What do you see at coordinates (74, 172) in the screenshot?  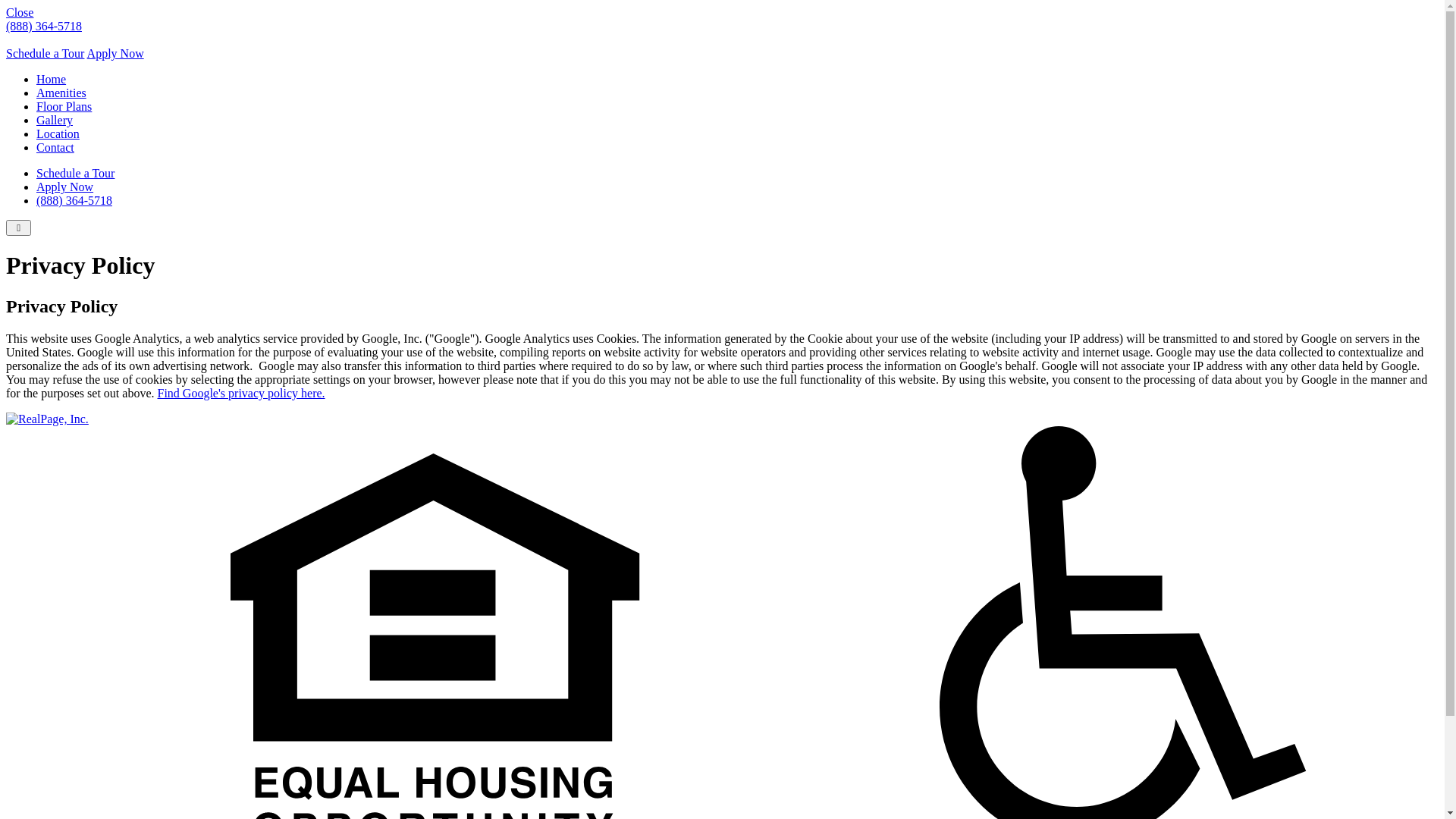 I see `'Schedule a Tour'` at bounding box center [74, 172].